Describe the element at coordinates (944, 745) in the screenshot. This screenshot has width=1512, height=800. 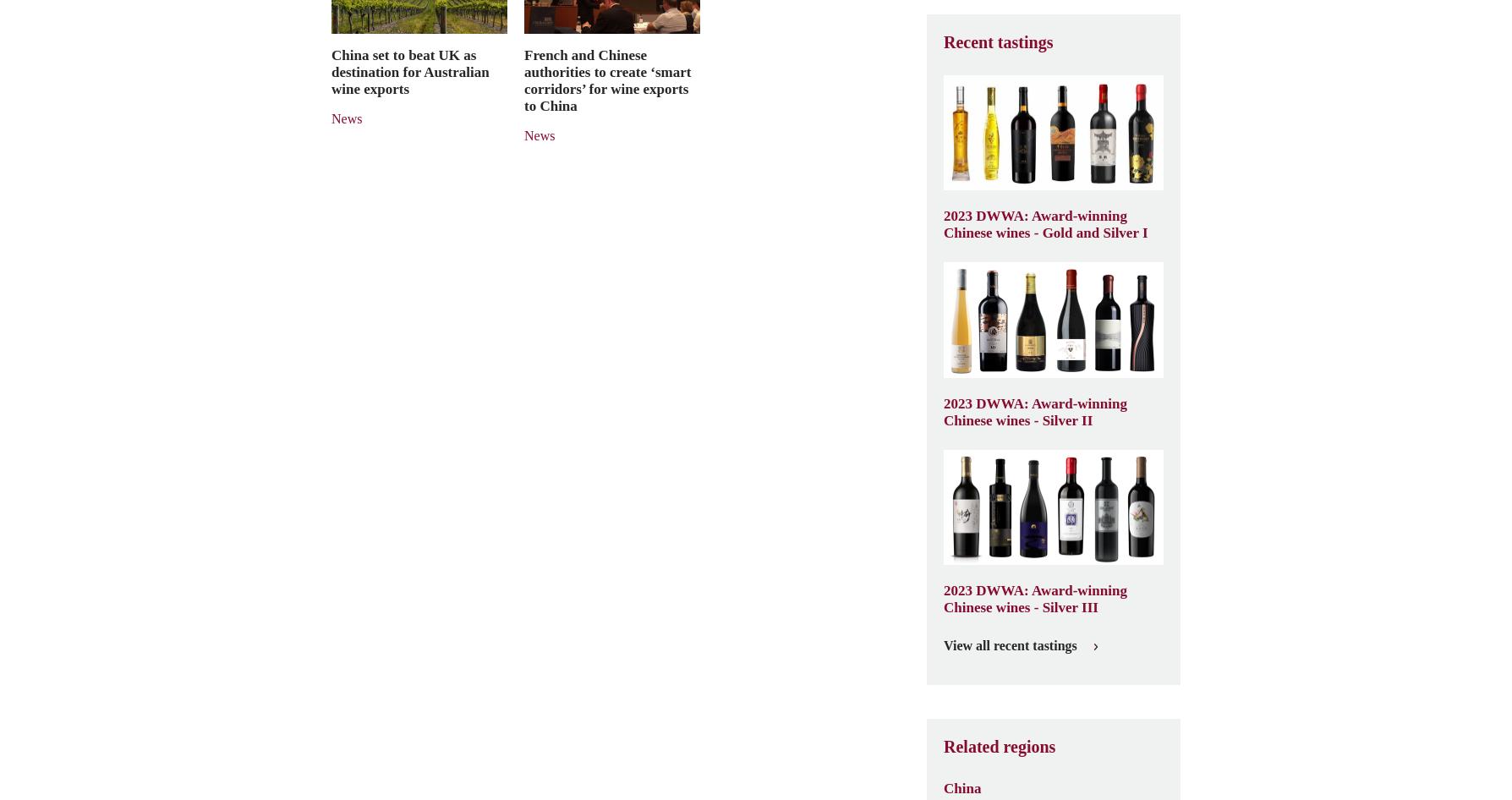
I see `'Related regions'` at that location.